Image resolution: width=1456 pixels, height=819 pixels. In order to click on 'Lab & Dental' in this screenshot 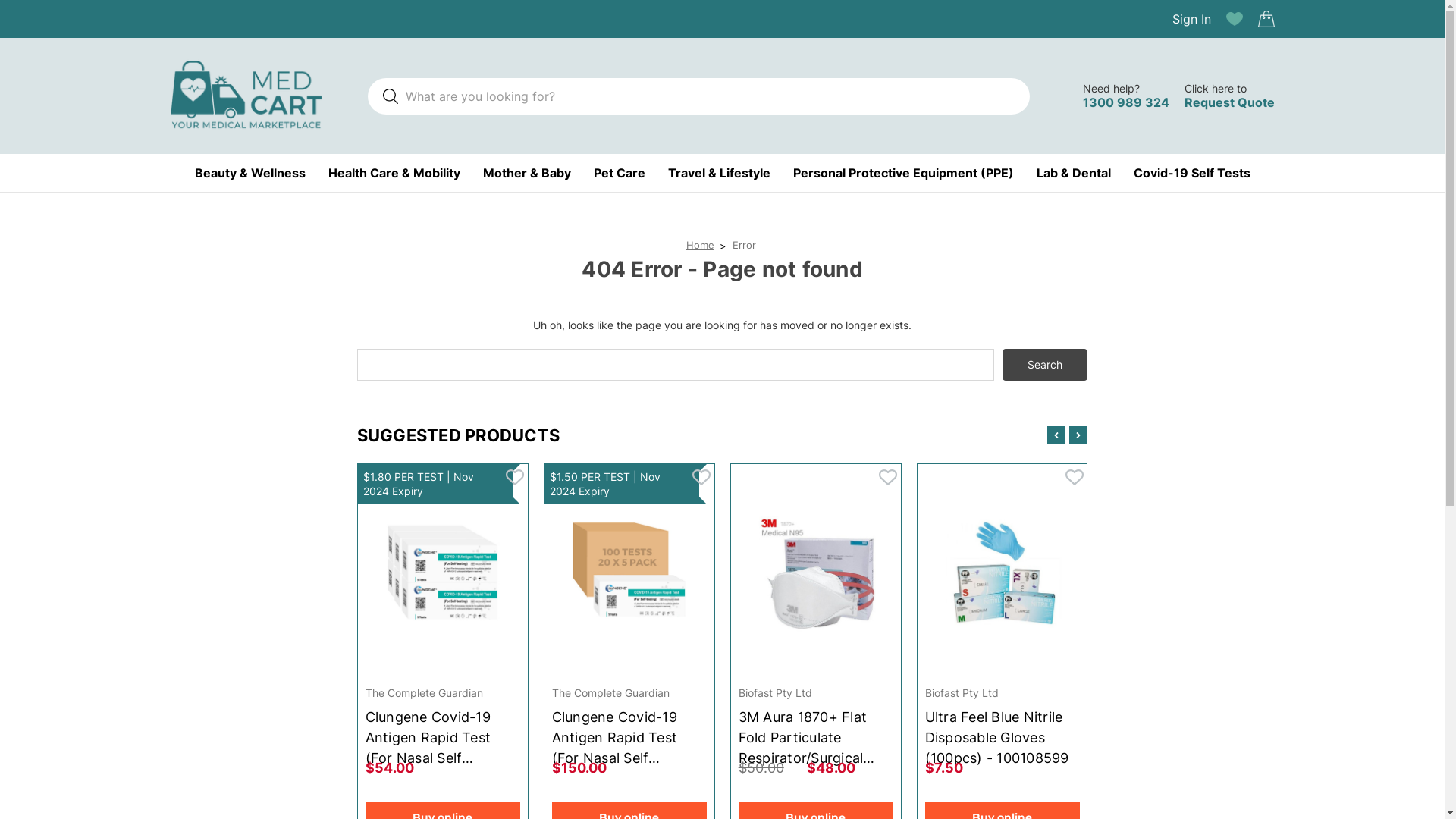, I will do `click(1072, 171)`.